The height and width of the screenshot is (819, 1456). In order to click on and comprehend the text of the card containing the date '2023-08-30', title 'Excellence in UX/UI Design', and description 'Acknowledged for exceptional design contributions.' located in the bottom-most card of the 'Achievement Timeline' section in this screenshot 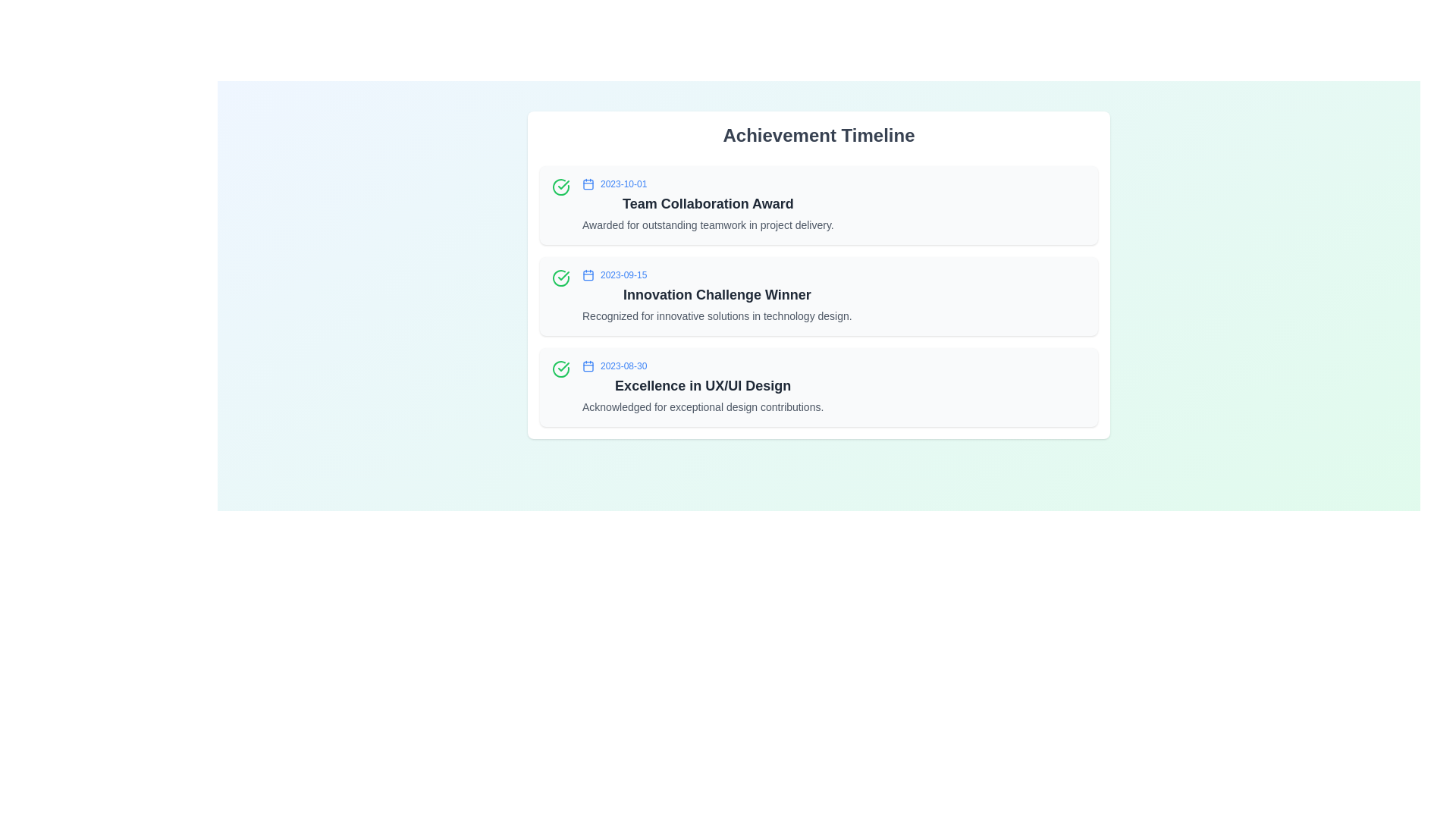, I will do `click(702, 386)`.